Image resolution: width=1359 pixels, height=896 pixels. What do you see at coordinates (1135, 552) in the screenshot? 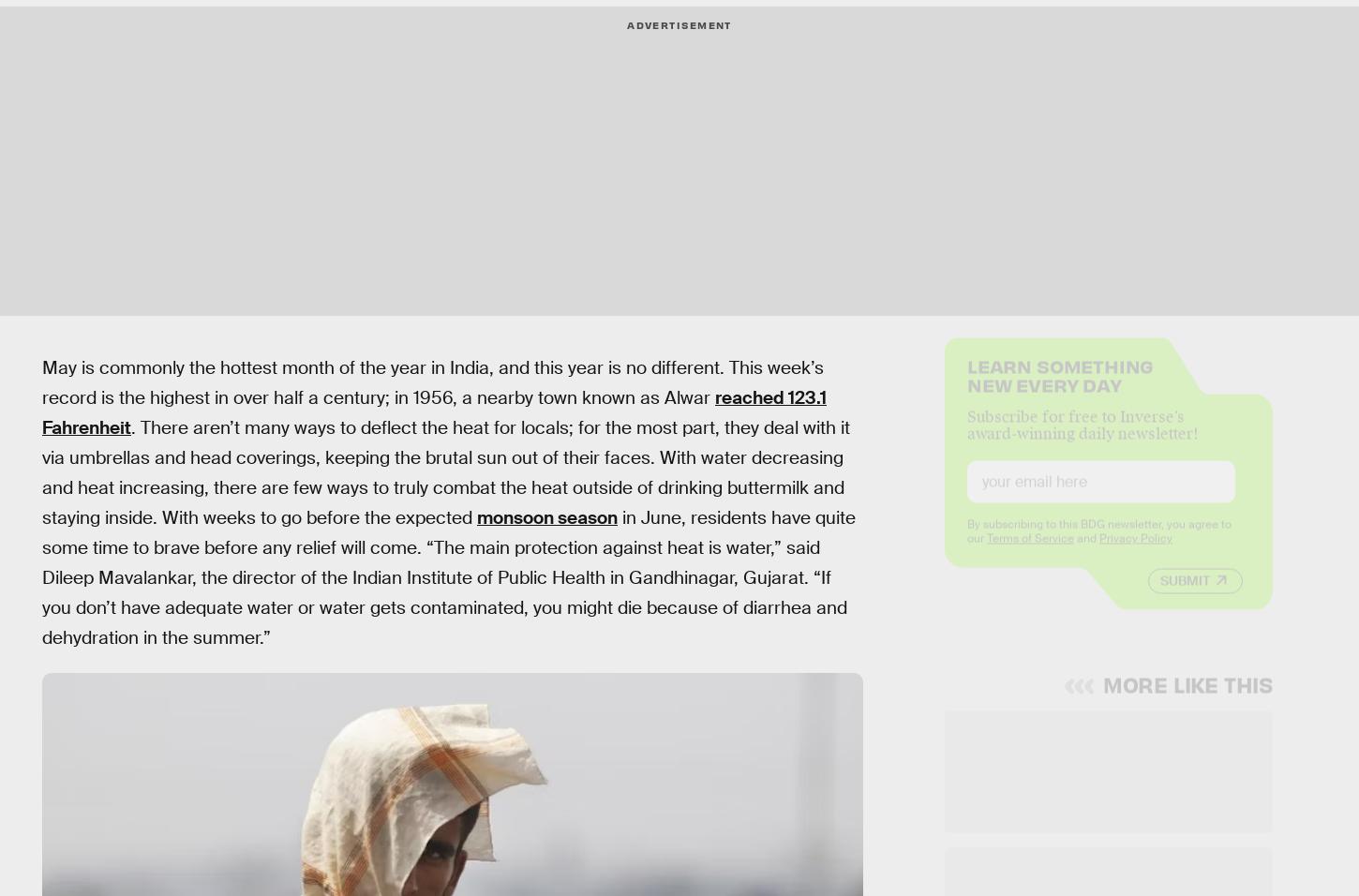
I see `'Privacy Policy'` at bounding box center [1135, 552].